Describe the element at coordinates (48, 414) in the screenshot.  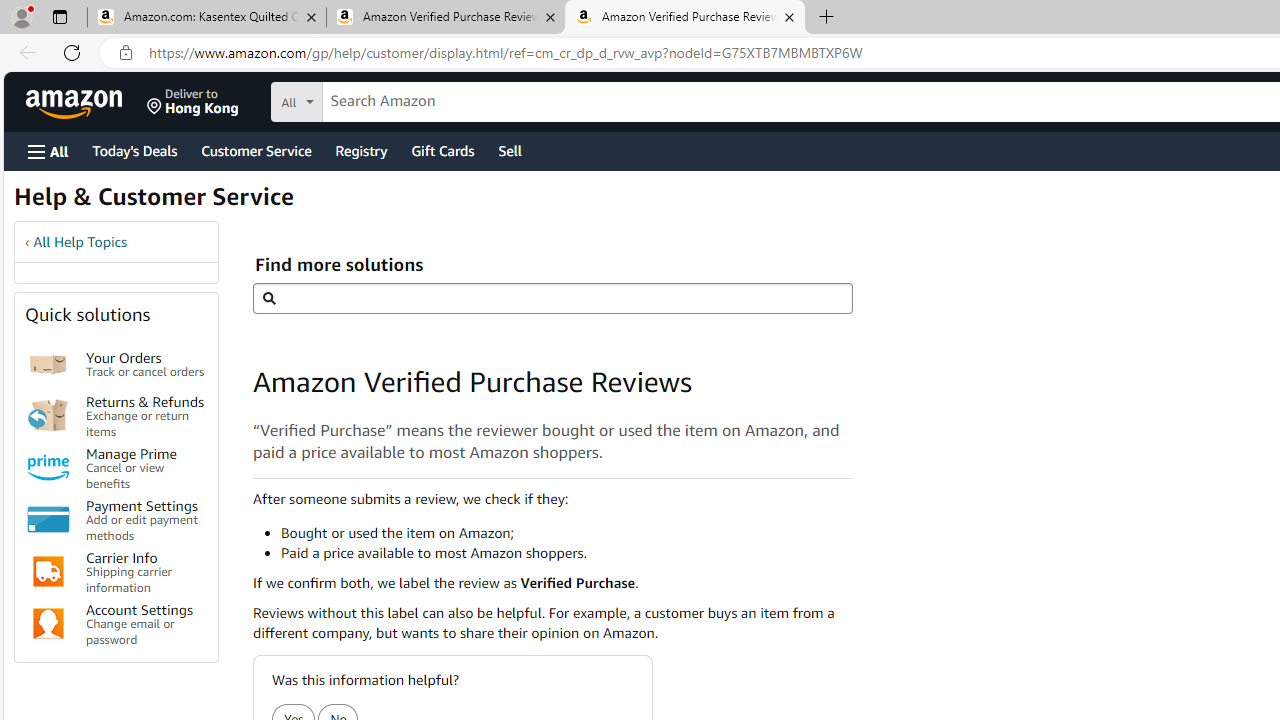
I see `'Returns & Refunds'` at that location.